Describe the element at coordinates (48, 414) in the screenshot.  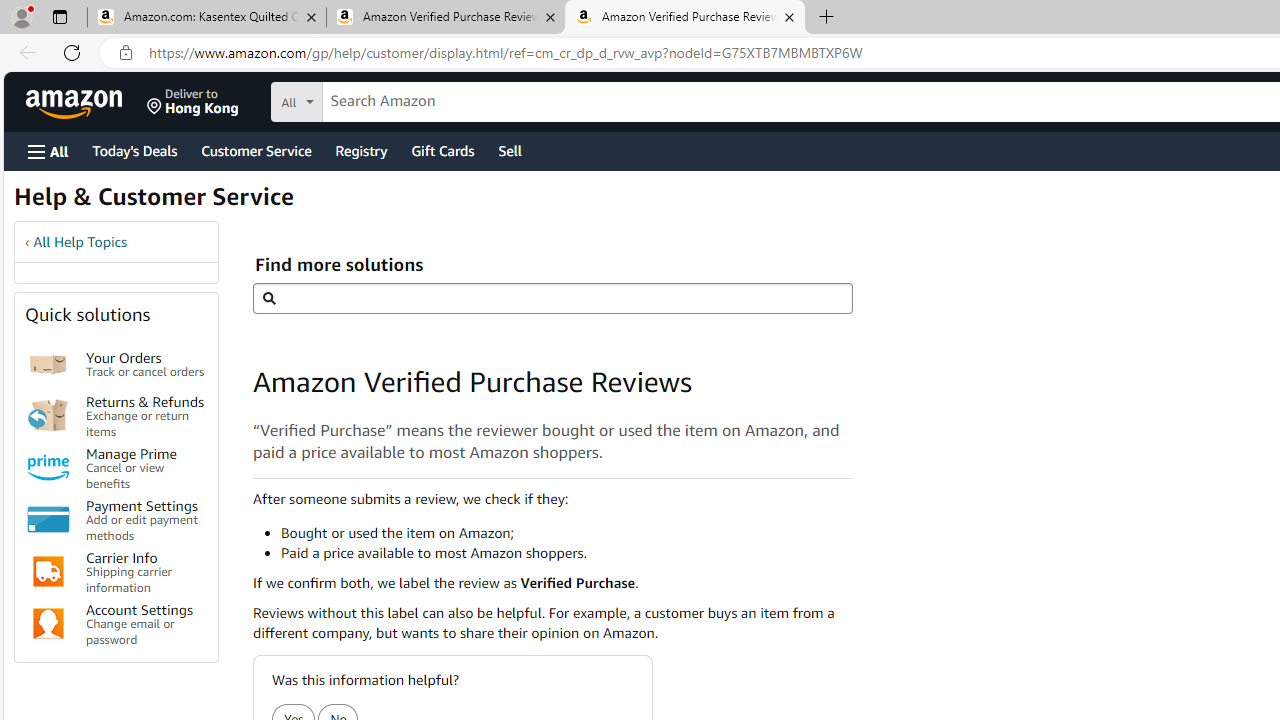
I see `'Returns & Refunds'` at that location.